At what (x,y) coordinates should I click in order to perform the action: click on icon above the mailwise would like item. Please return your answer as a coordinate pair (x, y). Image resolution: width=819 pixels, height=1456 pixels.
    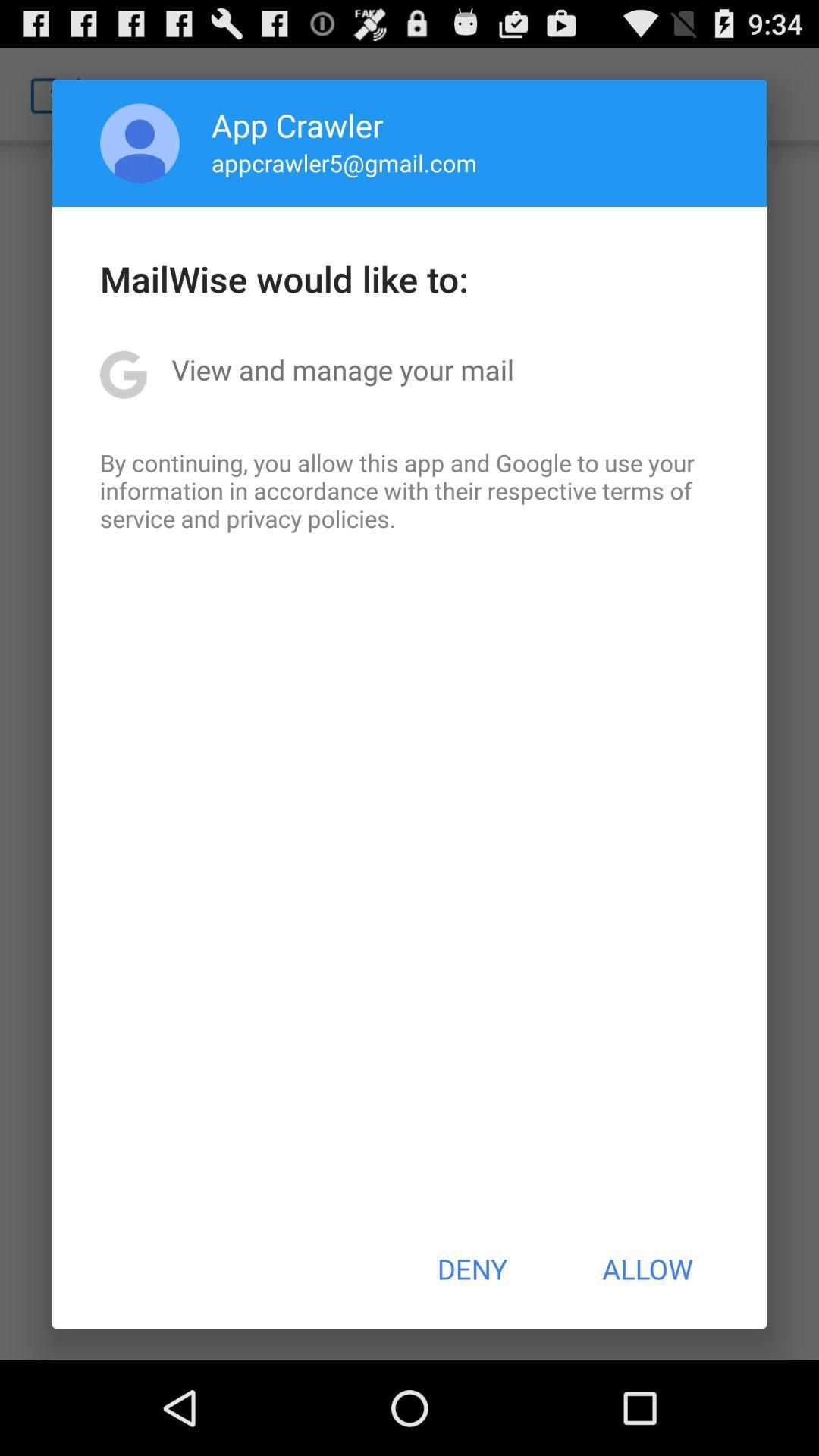
    Looking at the image, I should click on (140, 143).